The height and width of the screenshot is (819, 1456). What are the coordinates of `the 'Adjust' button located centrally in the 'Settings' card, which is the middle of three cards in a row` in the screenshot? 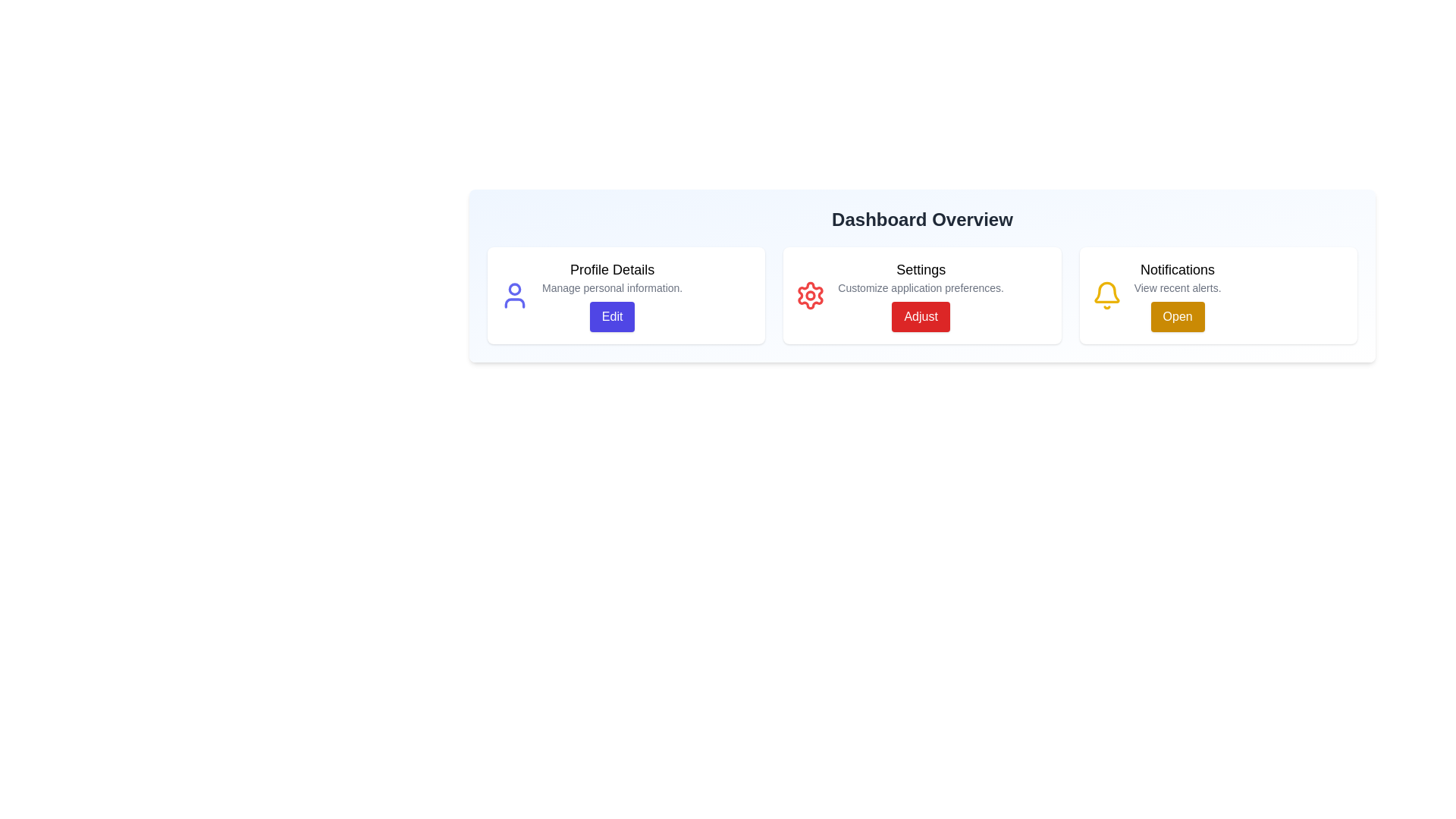 It's located at (920, 315).